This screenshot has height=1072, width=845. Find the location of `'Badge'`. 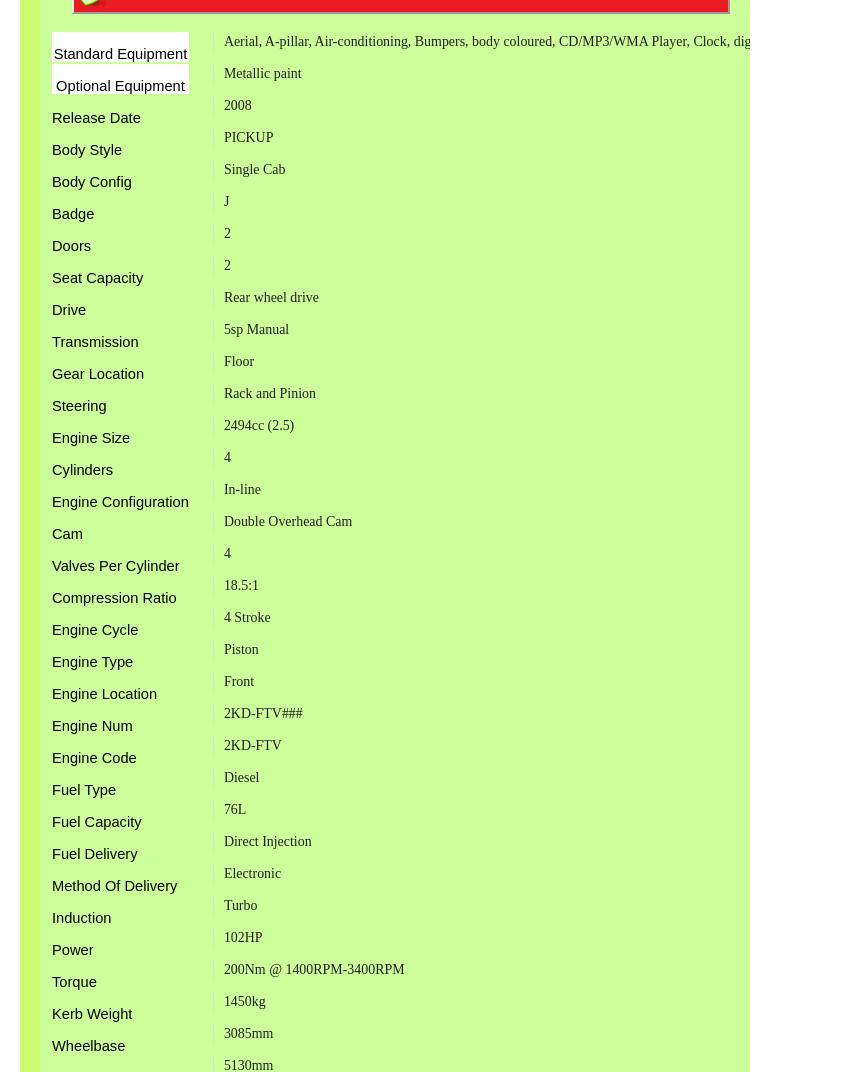

'Badge' is located at coordinates (50, 213).